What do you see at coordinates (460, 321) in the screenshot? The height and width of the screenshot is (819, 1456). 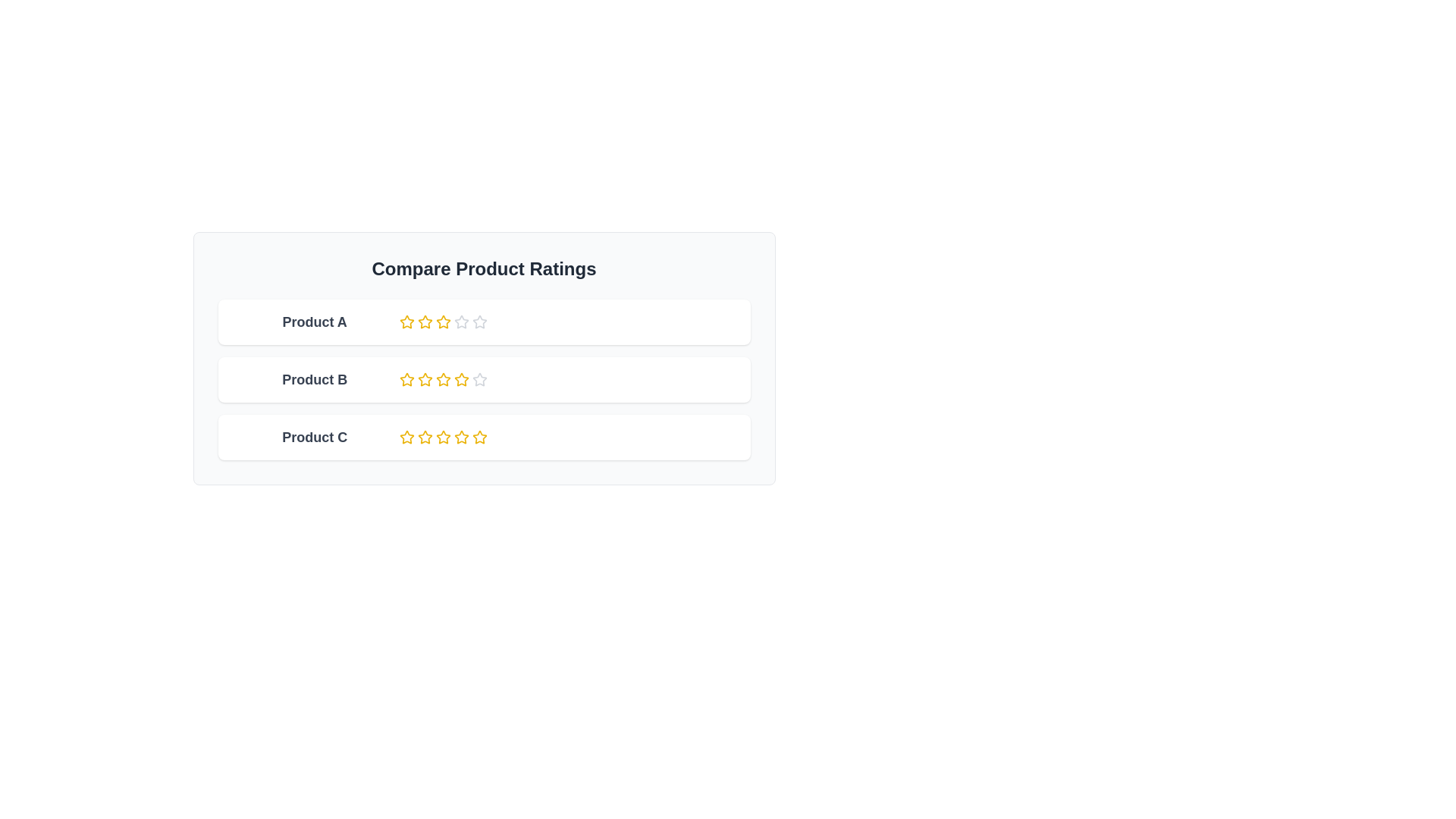 I see `the fifth outlined gray star icon in the product ratings section for 'Product A'` at bounding box center [460, 321].